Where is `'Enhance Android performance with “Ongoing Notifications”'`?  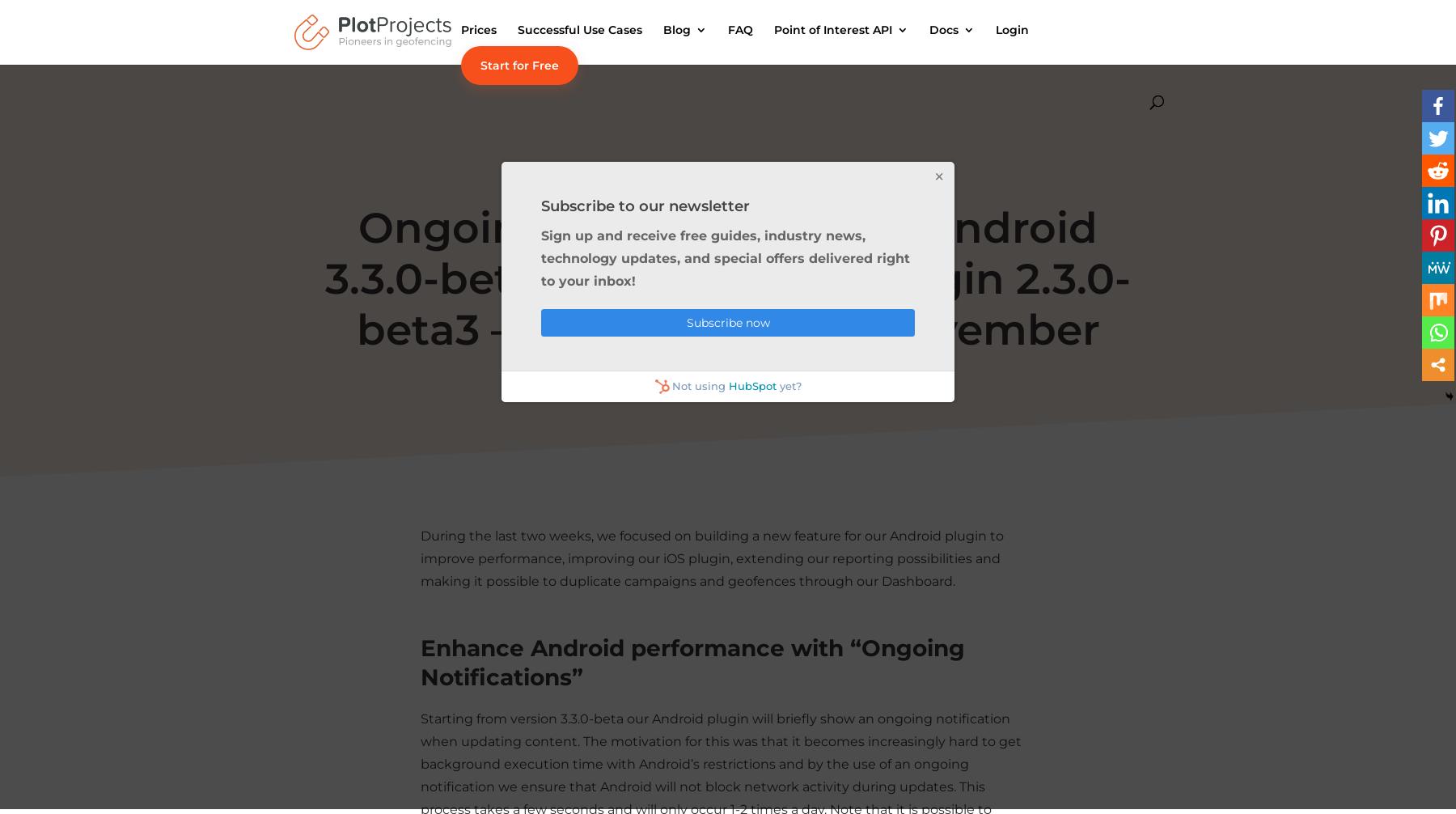 'Enhance Android performance with “Ongoing Notifications”' is located at coordinates (692, 660).